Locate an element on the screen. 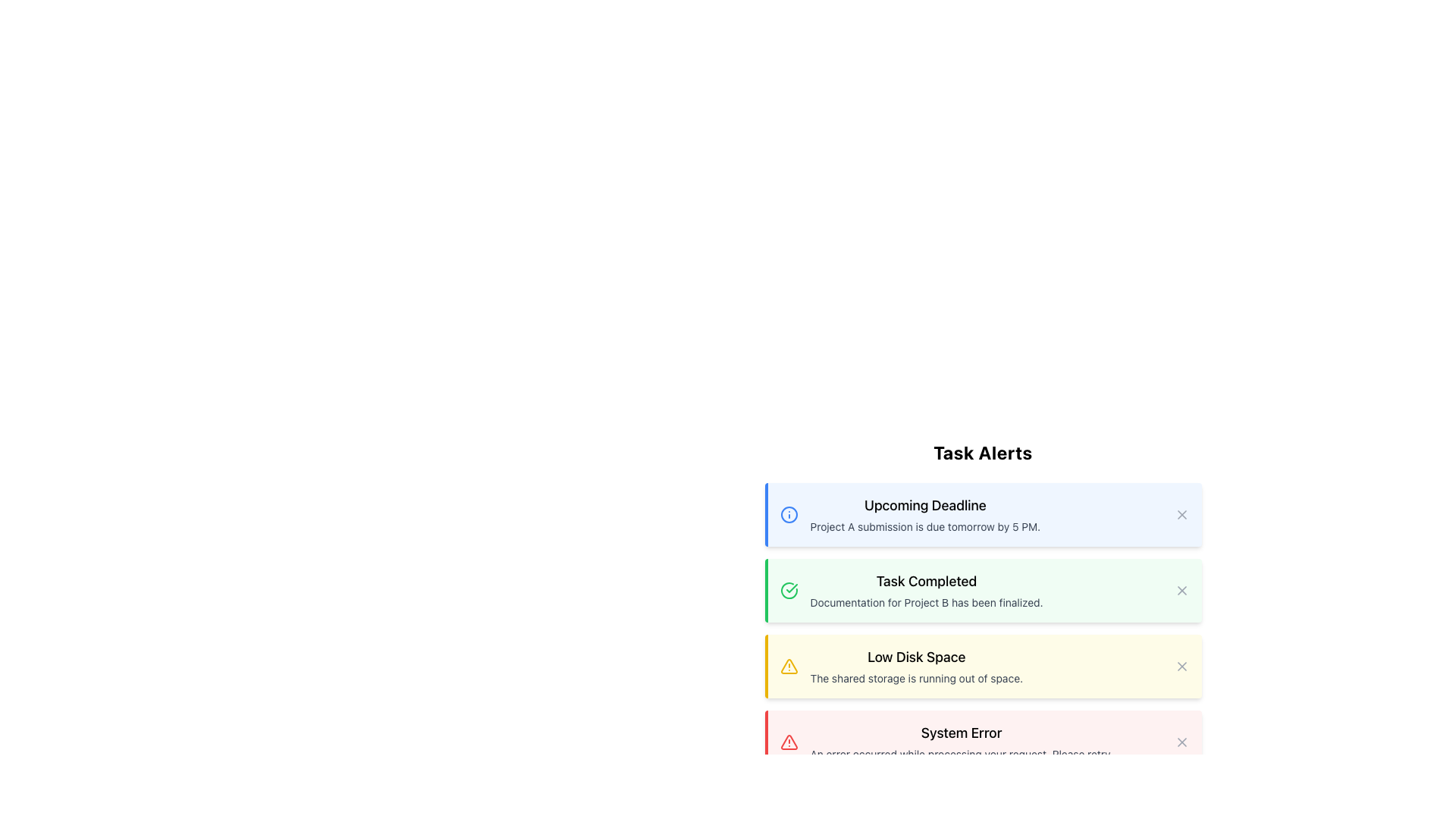  the oblique line of the 'X' symbol located in the top-right corner of the blue panel titled 'Upcoming Deadline' is located at coordinates (1181, 513).